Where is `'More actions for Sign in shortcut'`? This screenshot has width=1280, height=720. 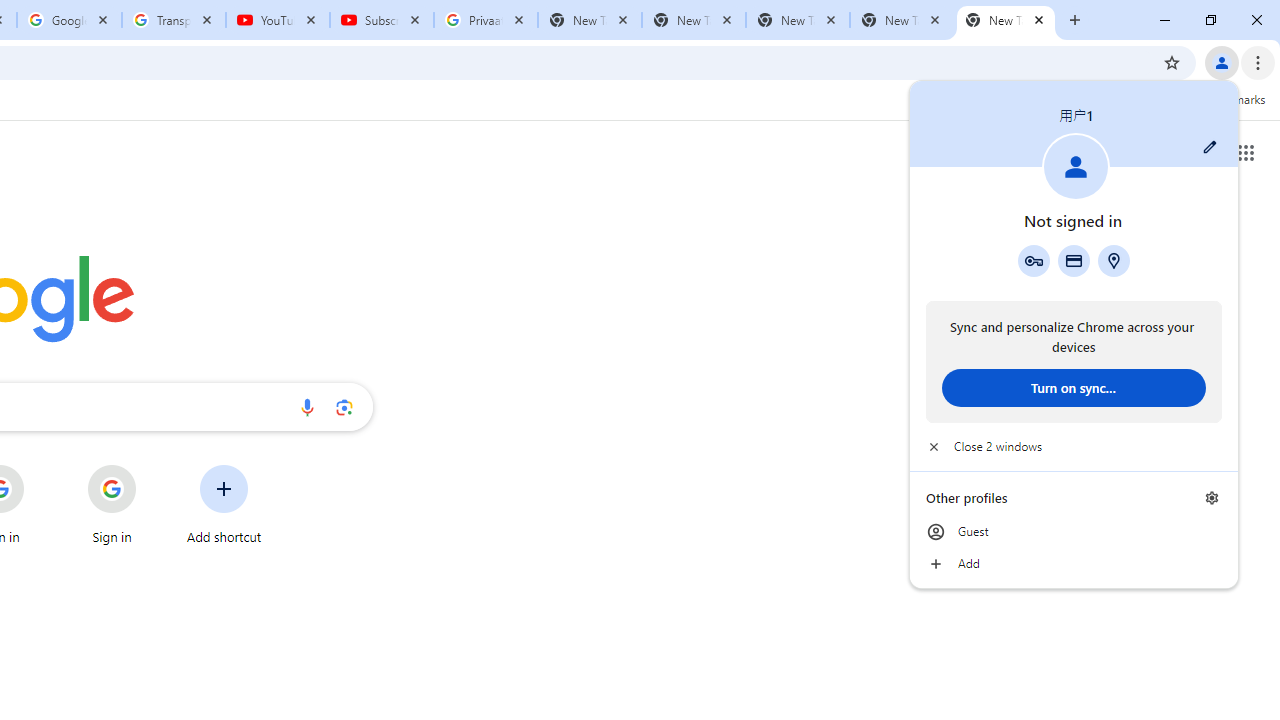
'More actions for Sign in shortcut' is located at coordinates (151, 466).